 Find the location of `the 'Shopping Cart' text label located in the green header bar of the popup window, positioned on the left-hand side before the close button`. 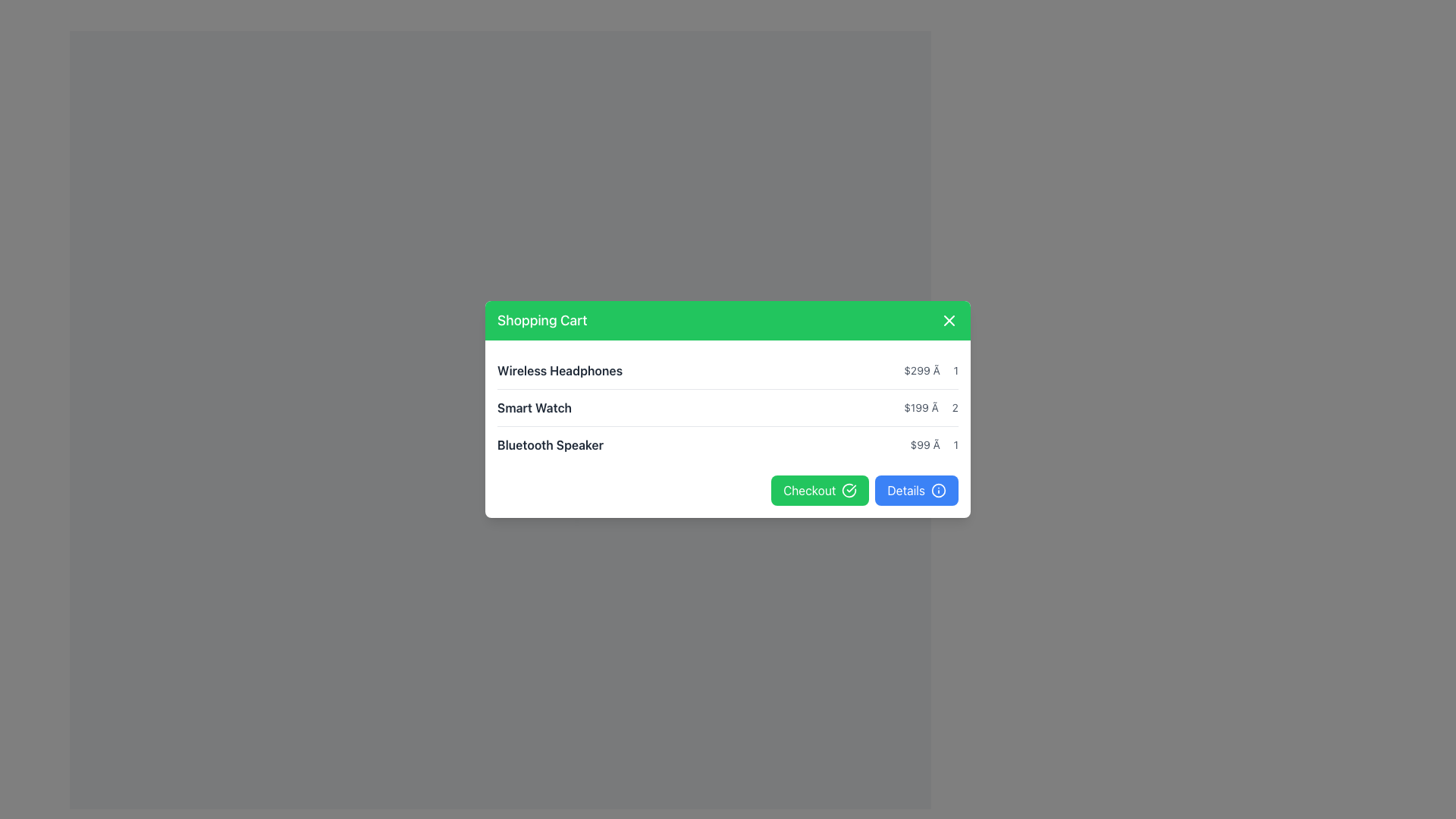

the 'Shopping Cart' text label located in the green header bar of the popup window, positioned on the left-hand side before the close button is located at coordinates (542, 320).